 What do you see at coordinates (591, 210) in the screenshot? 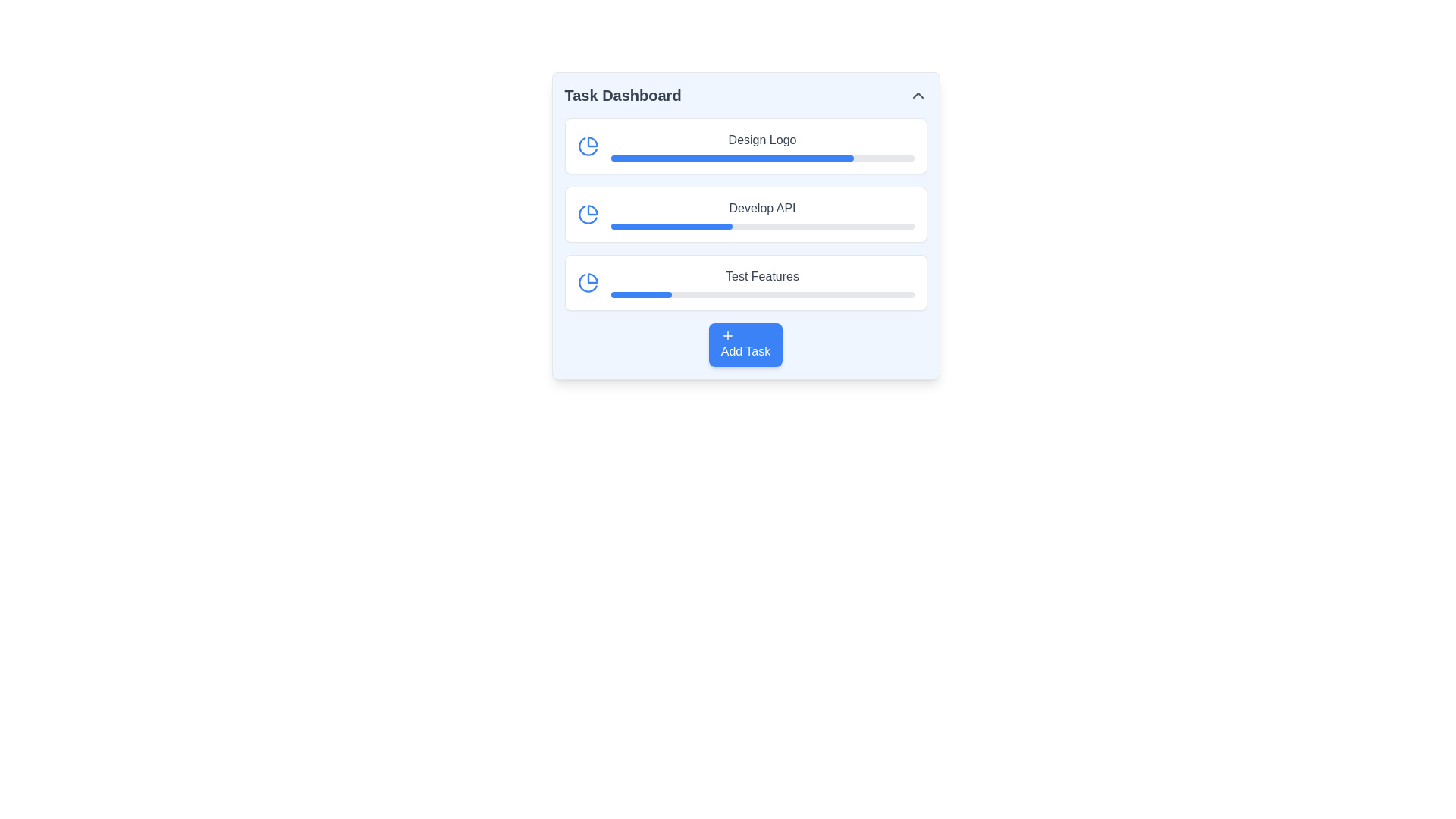
I see `the graphical icon element representing the 'Develop API' task in the dashboard interface, located adjacent to the task label and progress bar` at bounding box center [591, 210].